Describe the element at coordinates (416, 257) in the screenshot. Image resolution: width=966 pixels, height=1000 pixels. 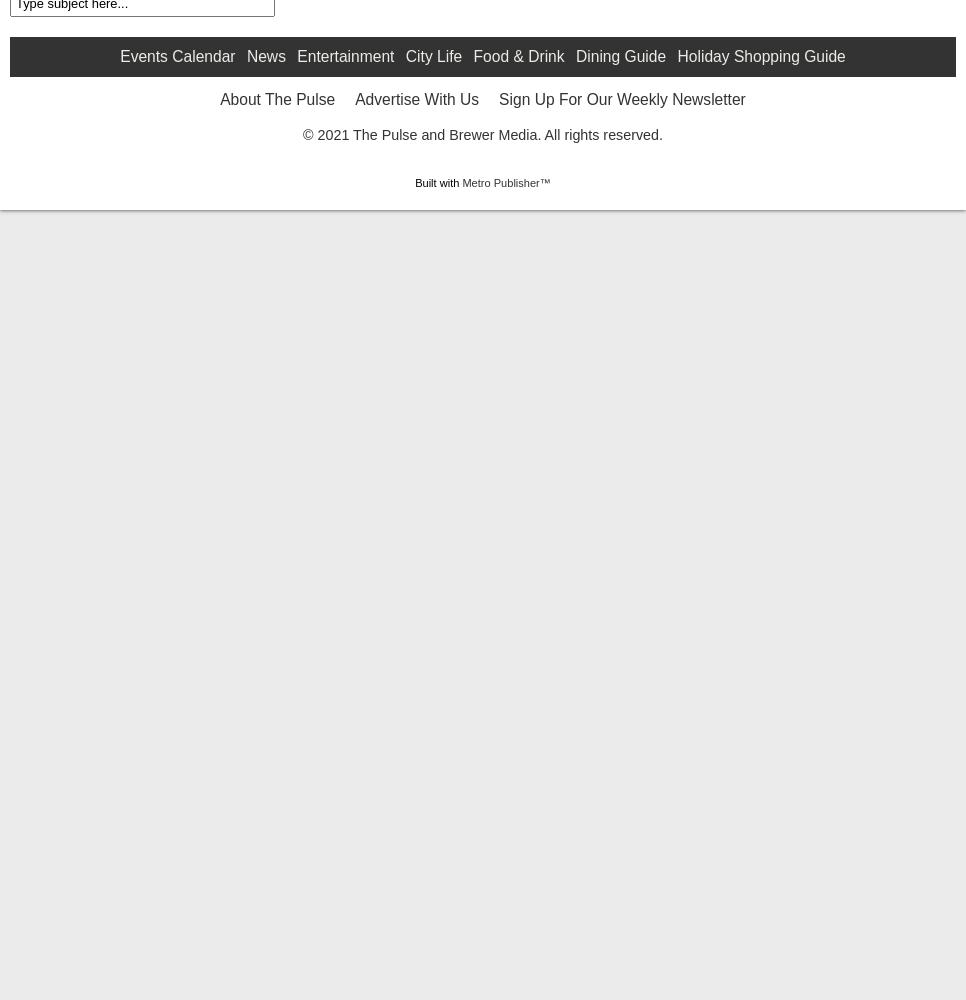
I see `'Advertise With Us'` at that location.